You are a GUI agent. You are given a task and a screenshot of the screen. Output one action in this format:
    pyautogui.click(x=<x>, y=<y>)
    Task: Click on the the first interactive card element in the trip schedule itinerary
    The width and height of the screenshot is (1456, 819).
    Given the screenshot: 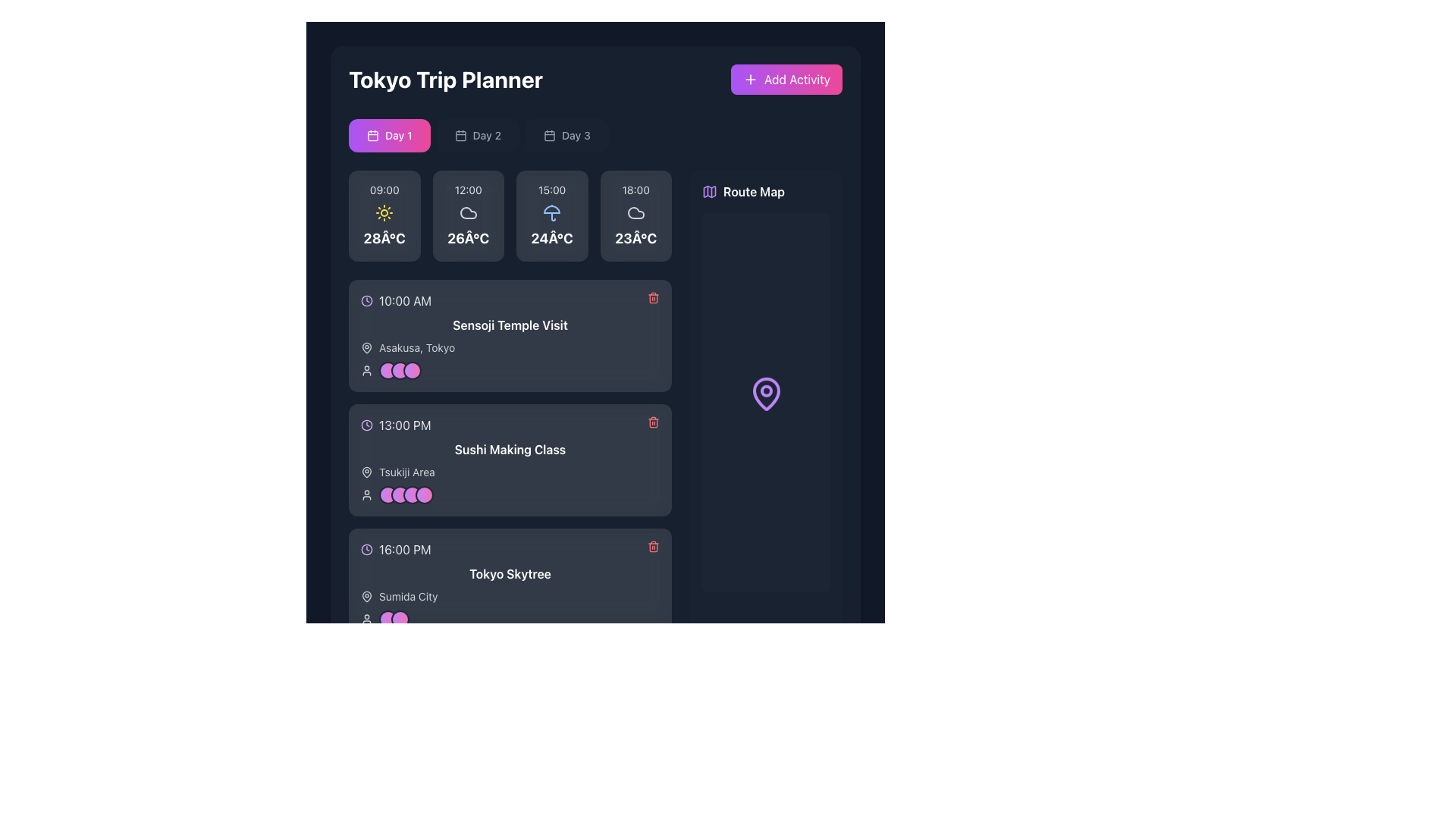 What is the action you would take?
    pyautogui.click(x=510, y=335)
    